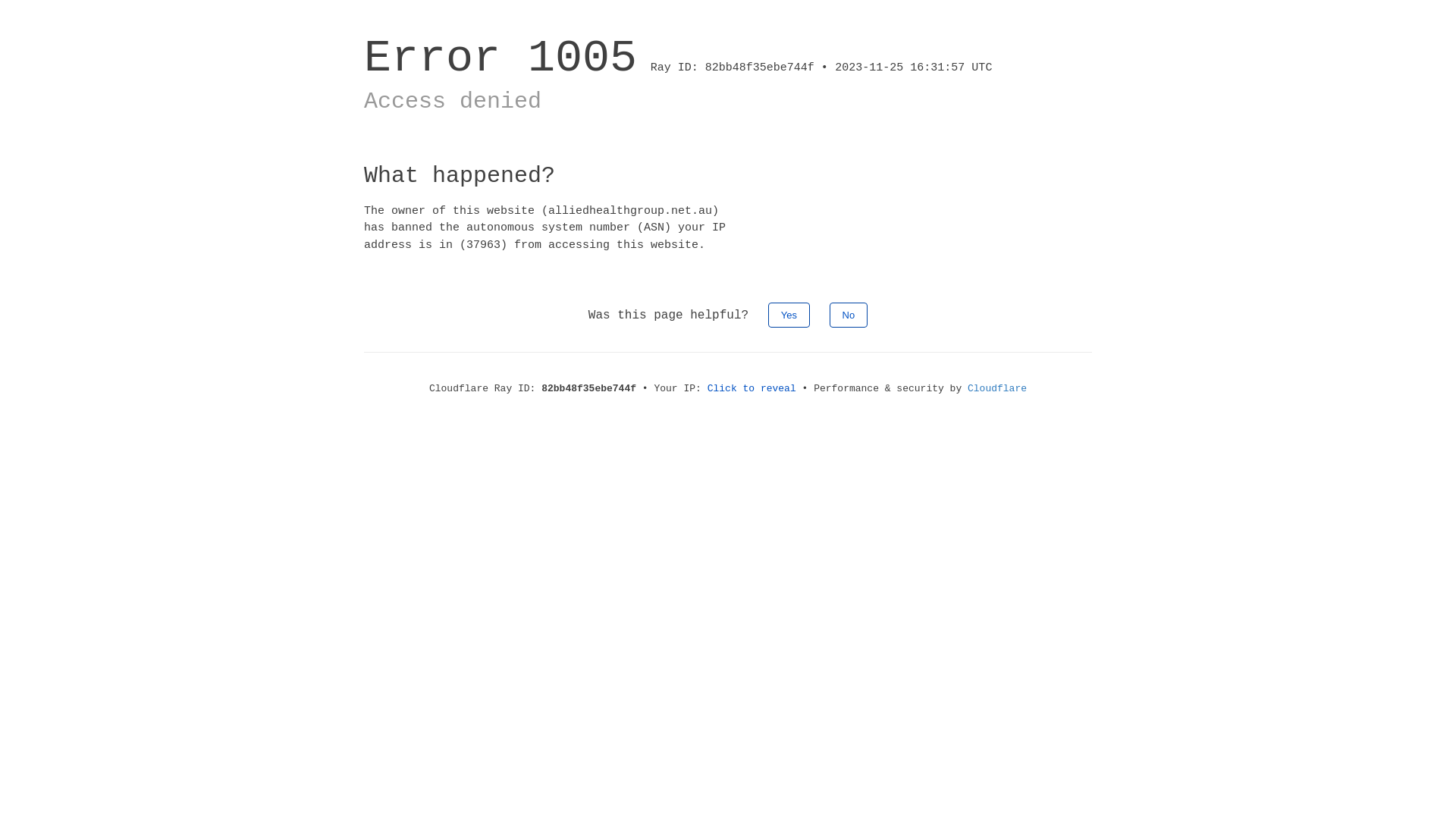 The width and height of the screenshot is (1456, 819). I want to click on 'Click to reveal', so click(752, 388).